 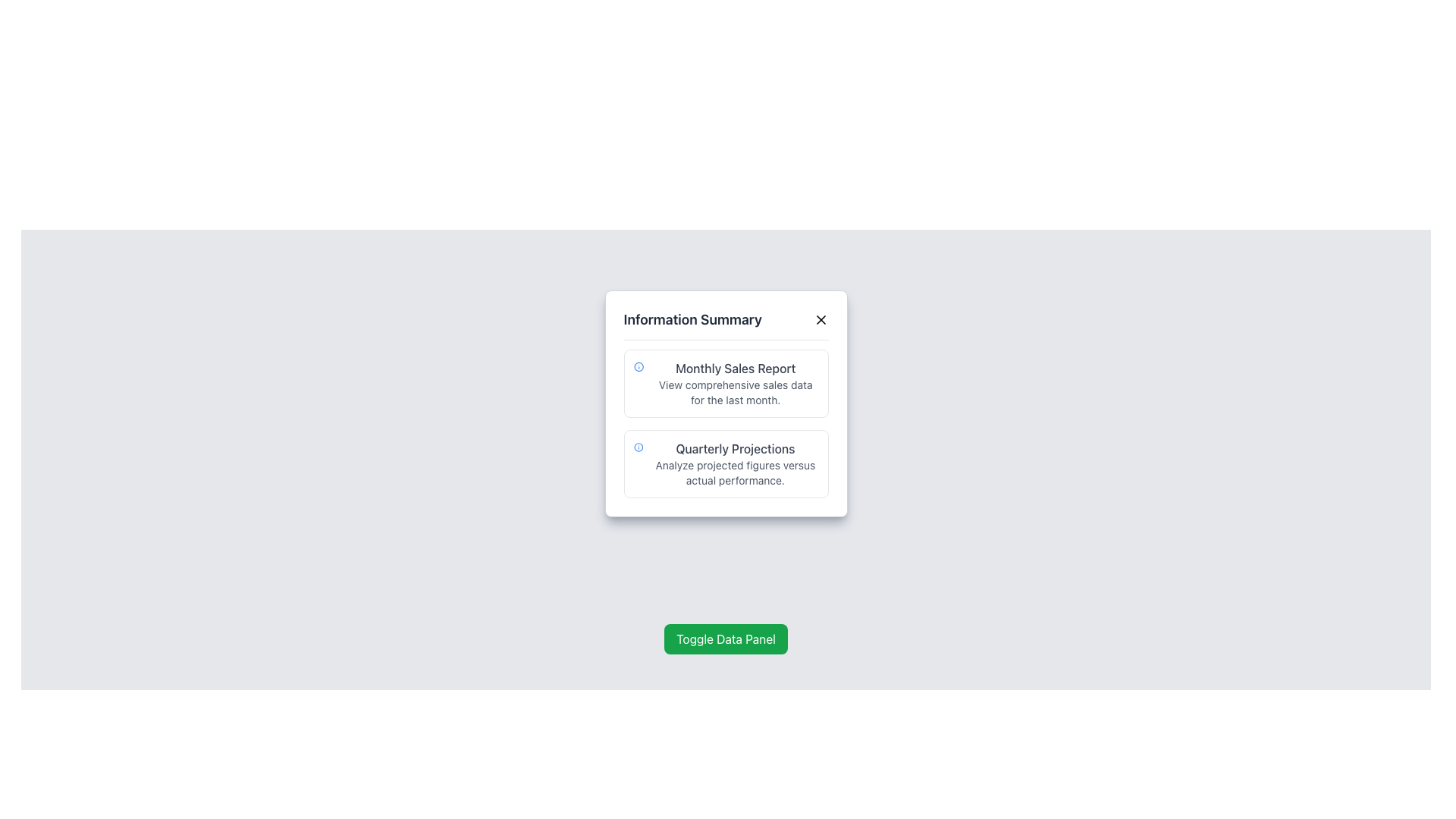 I want to click on the informational text block providing context about the 'Quarterly Projections' section, located within the 'Information Summary' panel, so click(x=735, y=472).